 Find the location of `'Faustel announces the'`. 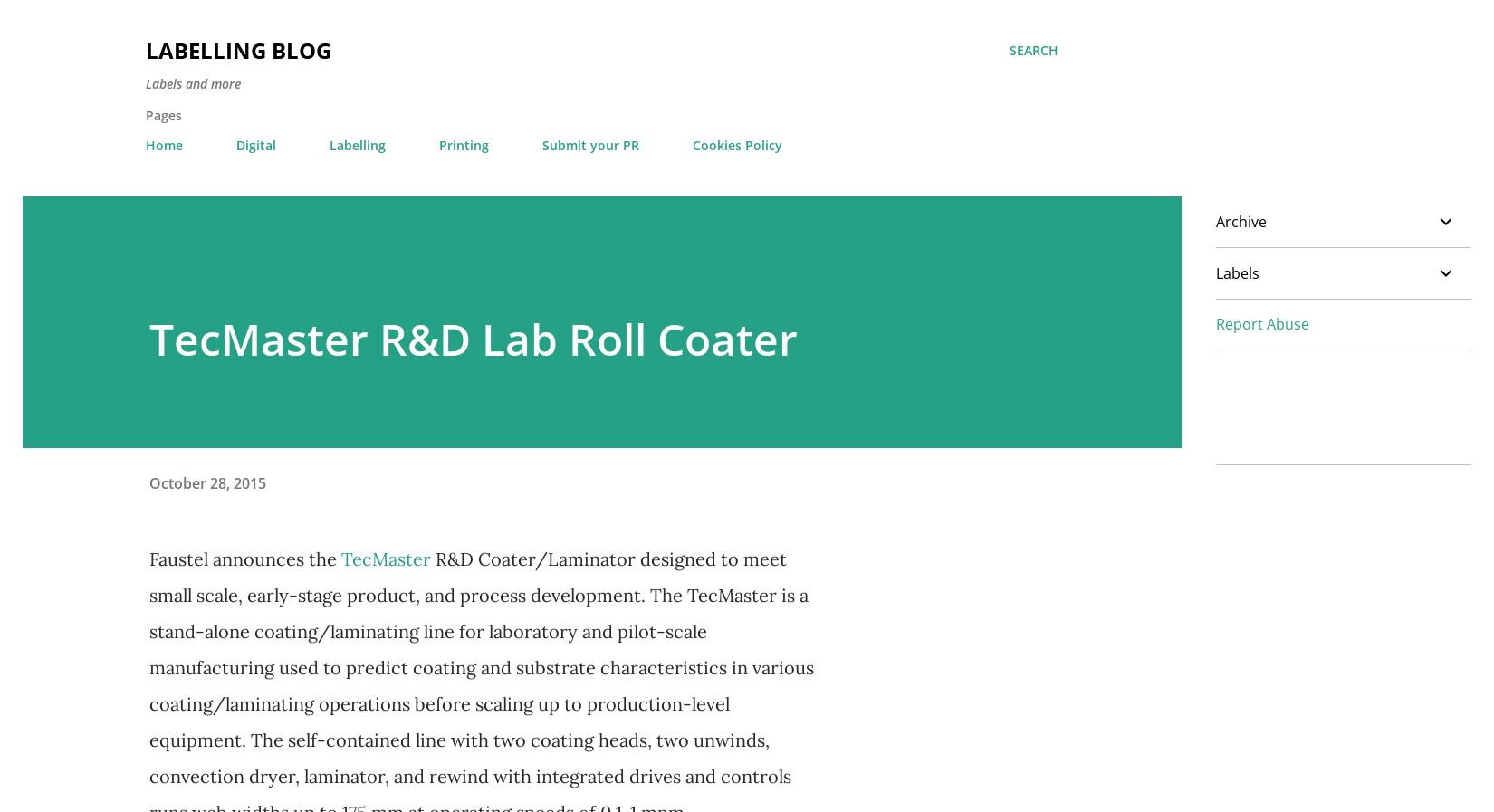

'Faustel announces the' is located at coordinates (149, 559).